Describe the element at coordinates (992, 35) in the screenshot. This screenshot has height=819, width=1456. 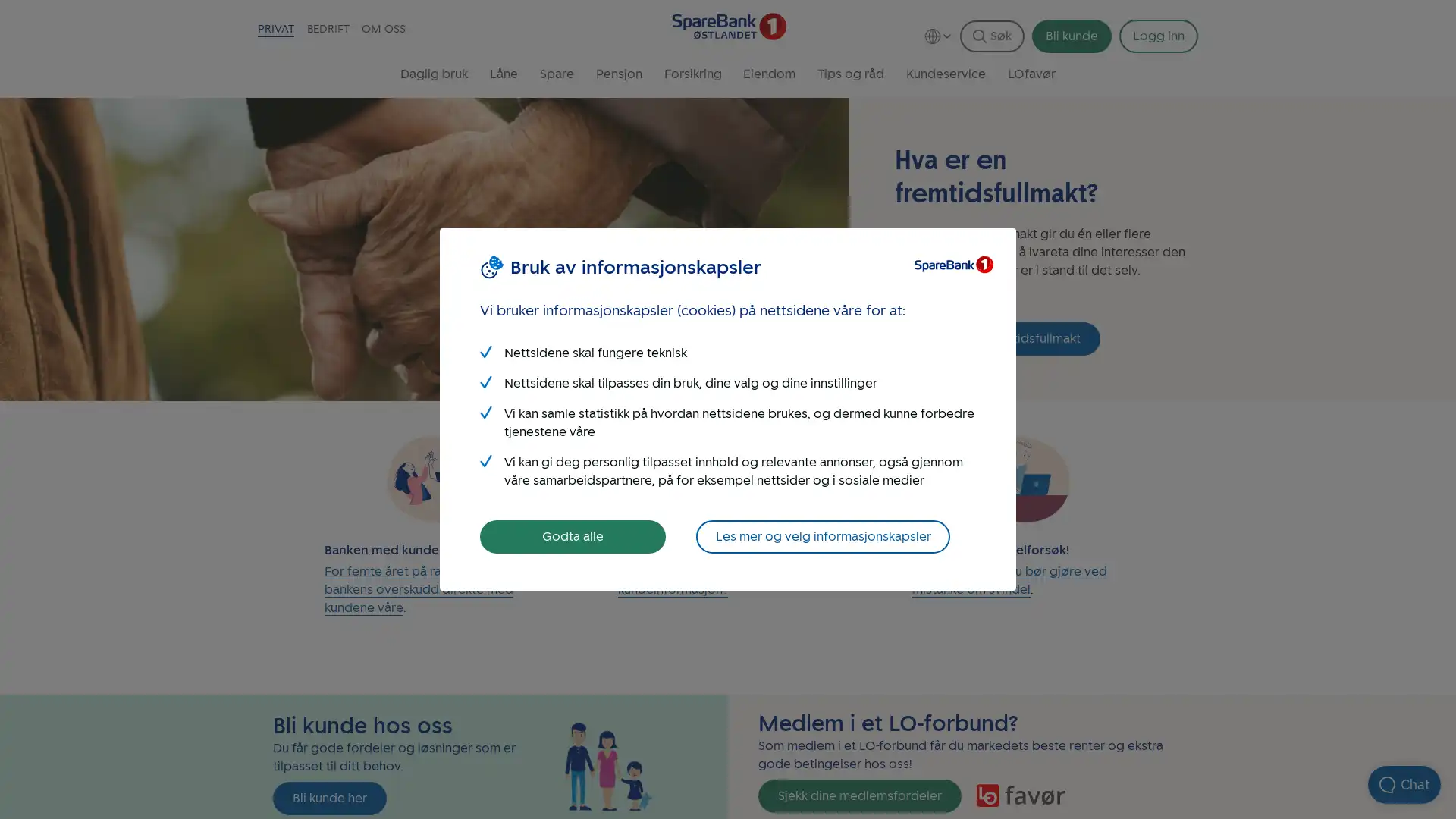
I see `Sk` at that location.